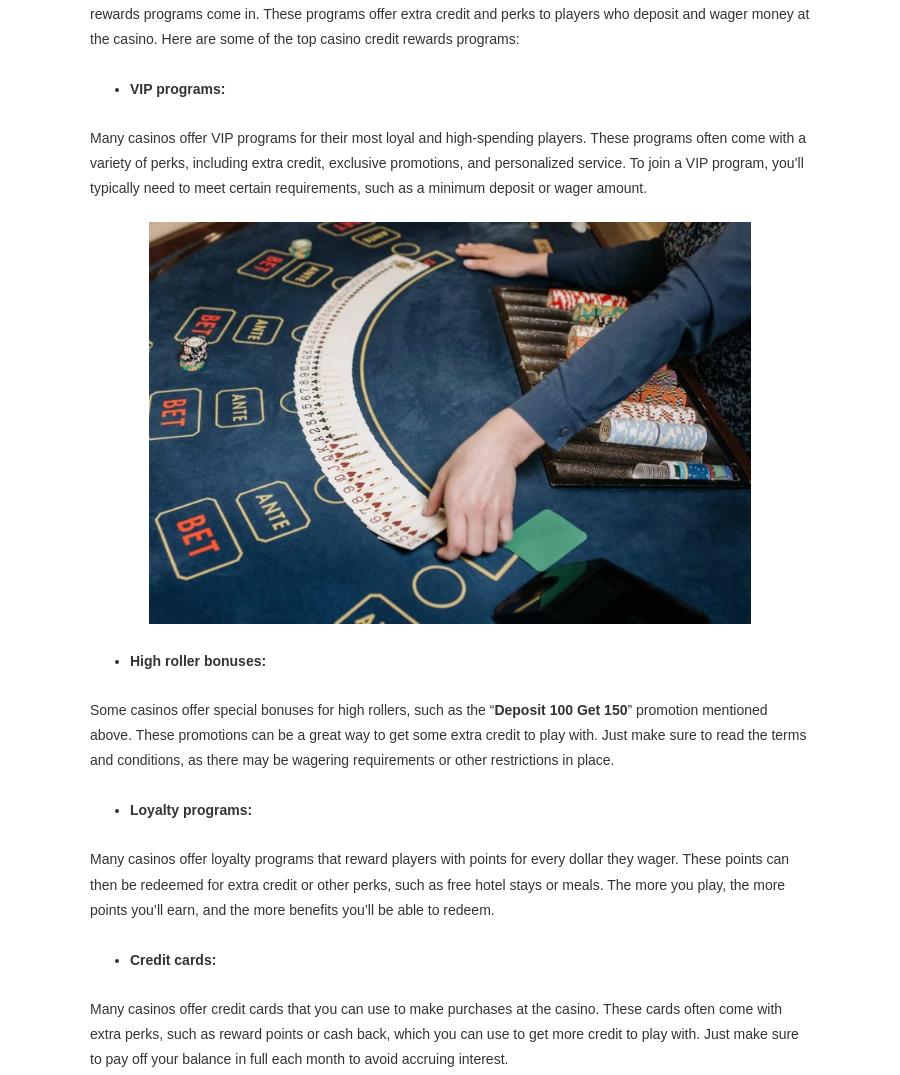  What do you see at coordinates (172, 959) in the screenshot?
I see `'Credit cards:'` at bounding box center [172, 959].